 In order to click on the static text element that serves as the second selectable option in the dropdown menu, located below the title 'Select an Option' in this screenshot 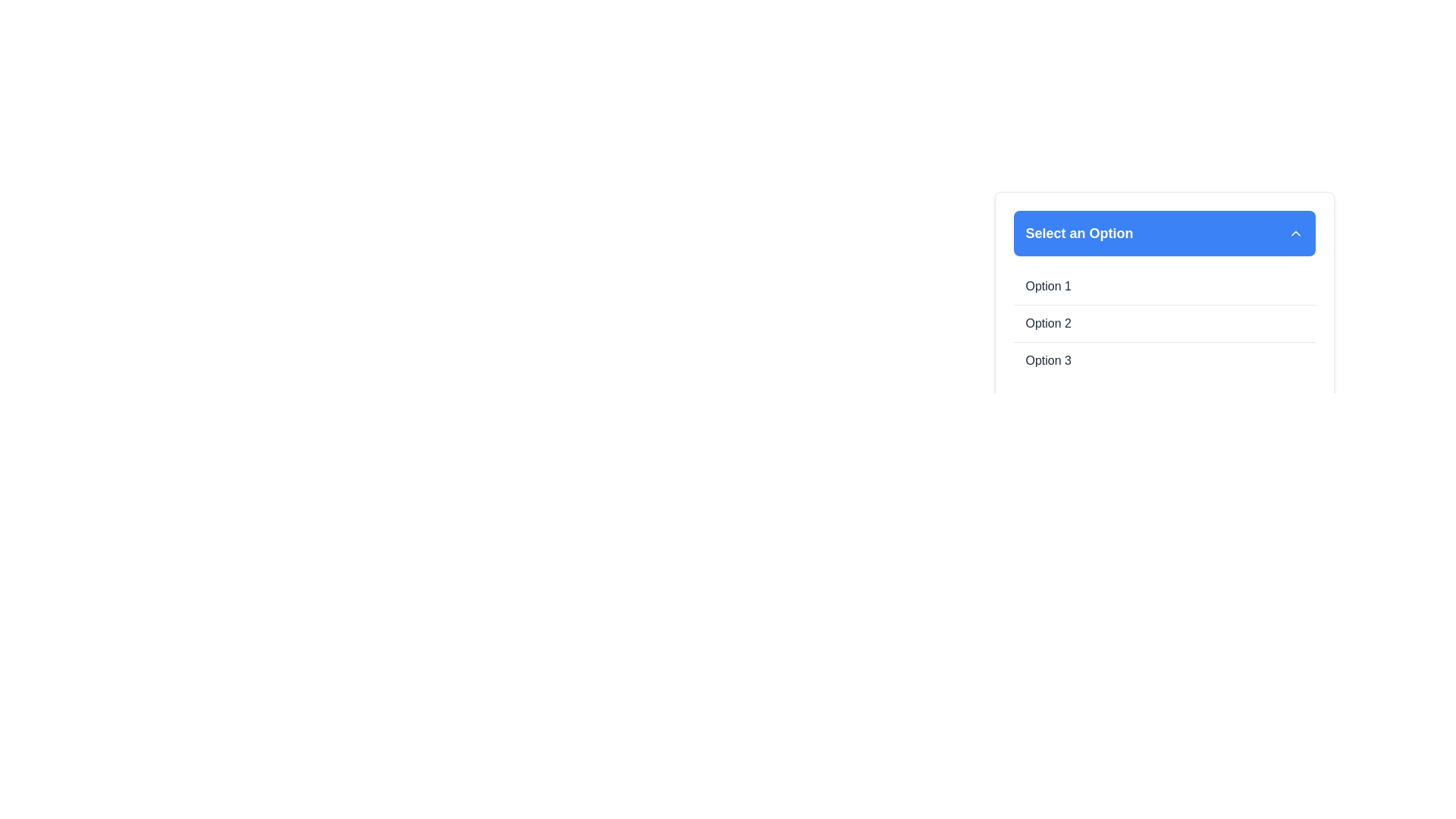, I will do `click(1047, 323)`.